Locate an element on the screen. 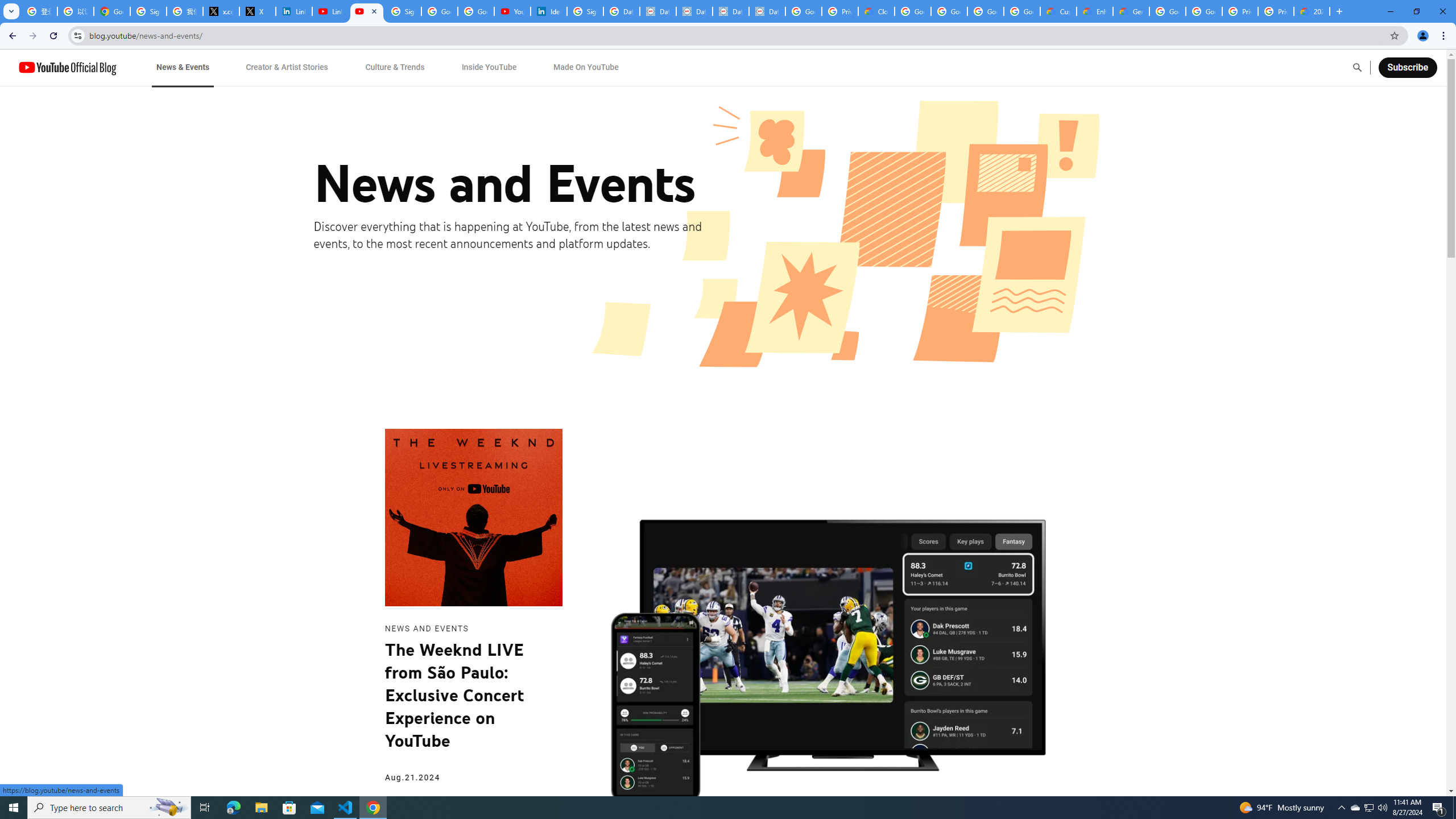 Image resolution: width=1456 pixels, height=819 pixels. 'Inside YouTube' is located at coordinates (489, 67).